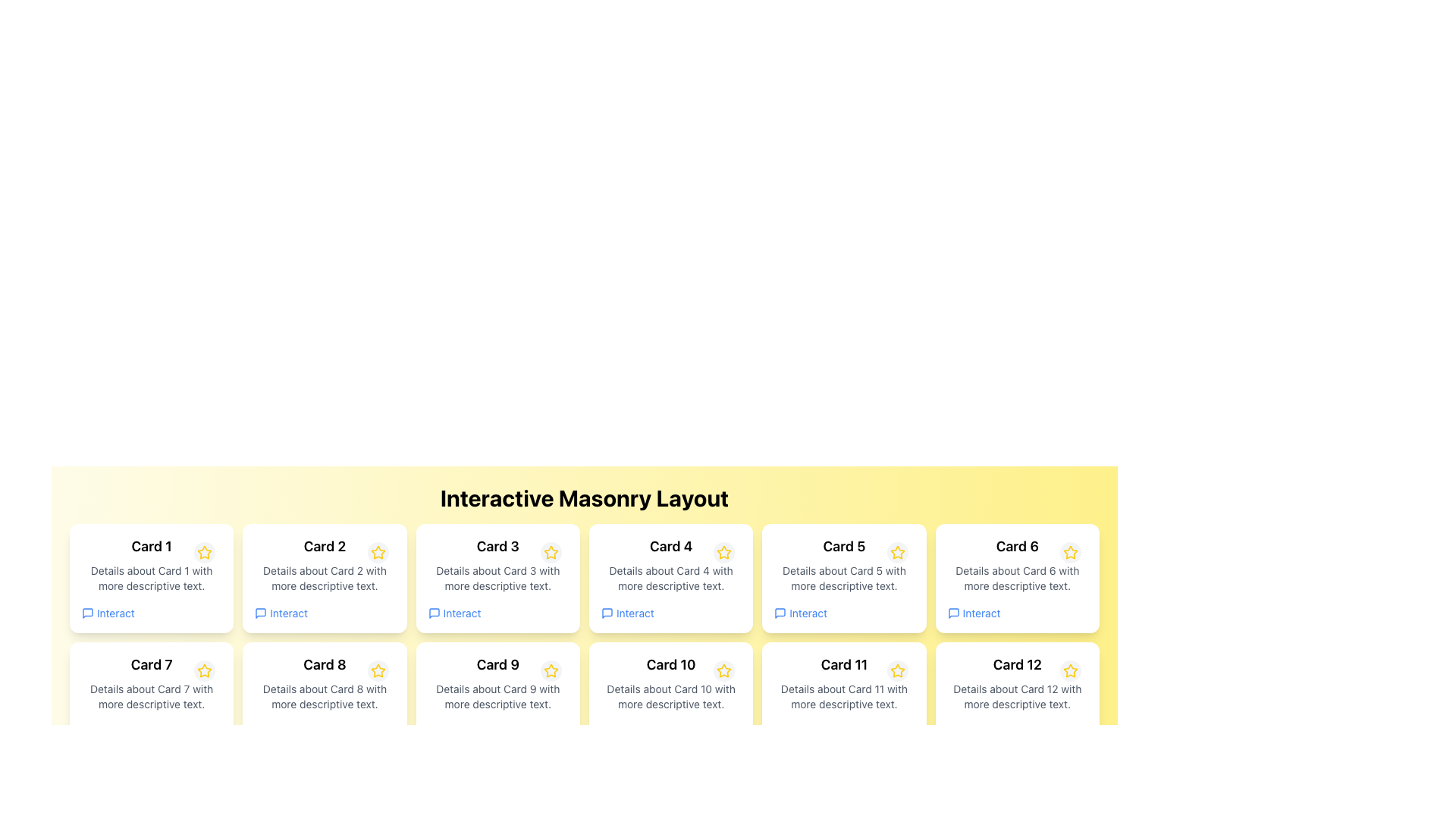 The height and width of the screenshot is (819, 1456). Describe the element at coordinates (204, 670) in the screenshot. I see `the star icon associated with 'Card 7' in the second row and first column` at that location.